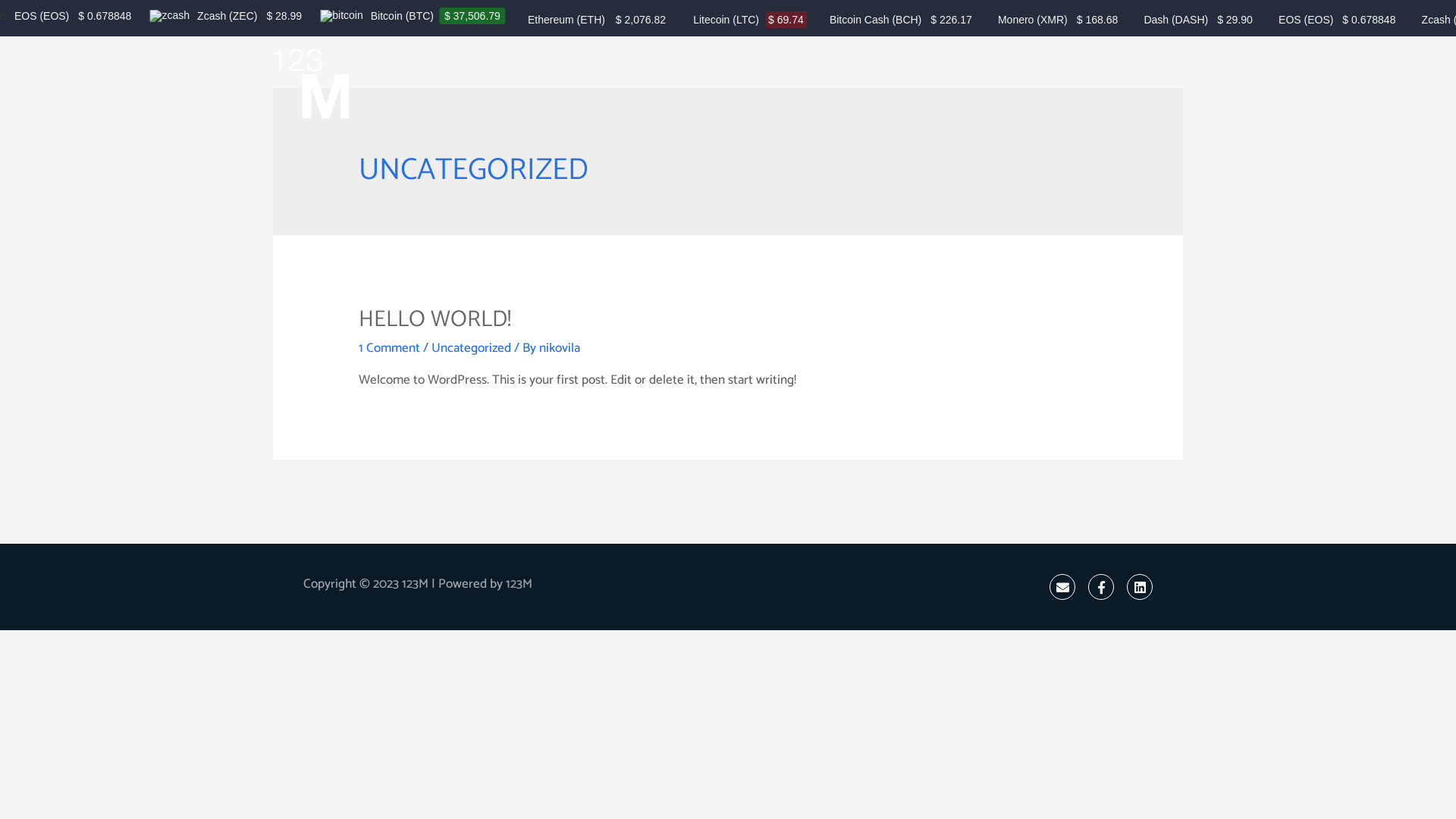 This screenshot has height=819, width=1456. I want to click on '1 Comment', so click(389, 348).